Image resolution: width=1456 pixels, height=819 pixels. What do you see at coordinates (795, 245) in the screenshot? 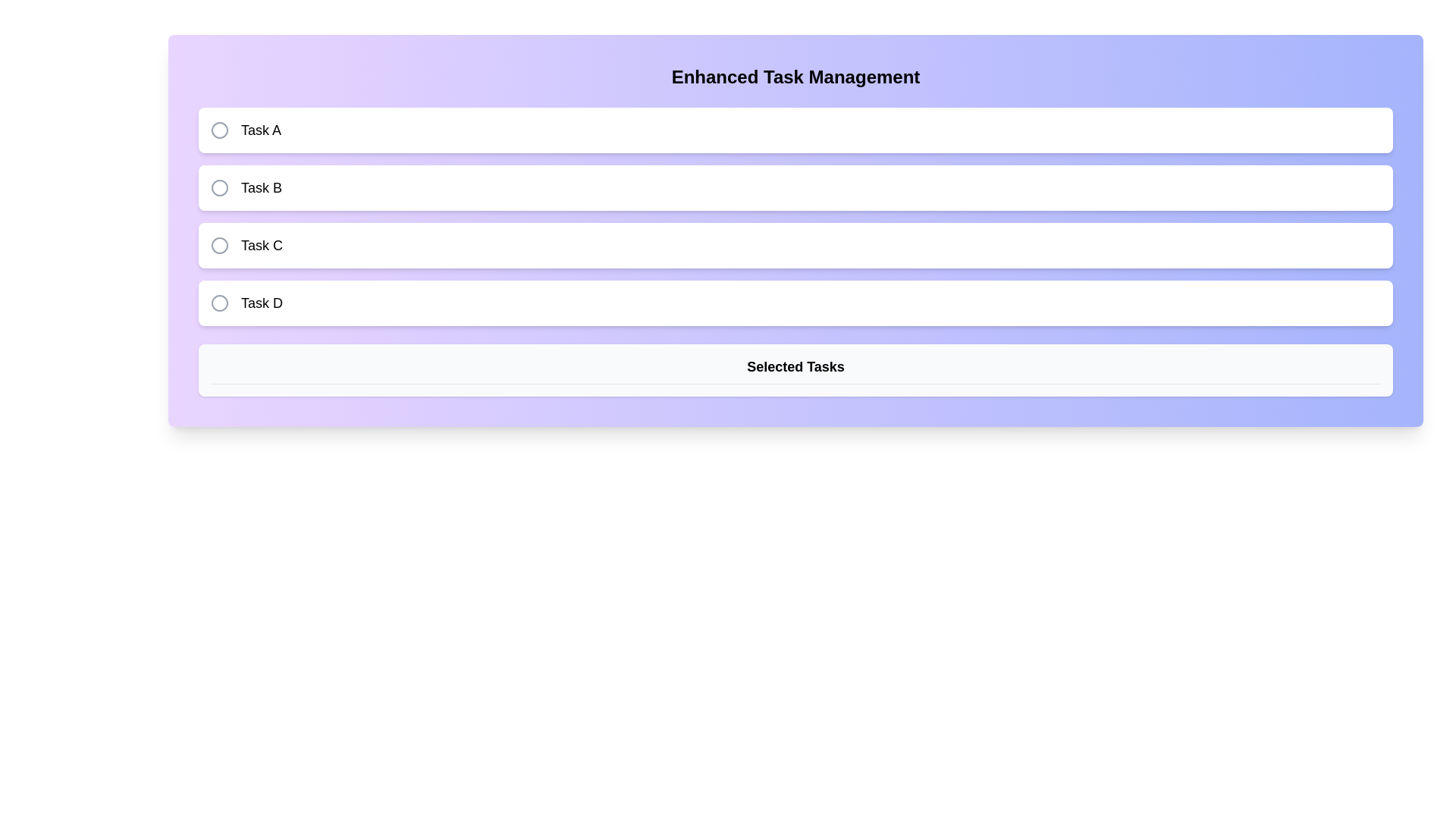
I see `the third selectable task item labeled 'Task C' with a circular selection indicator to initiate a related action` at bounding box center [795, 245].